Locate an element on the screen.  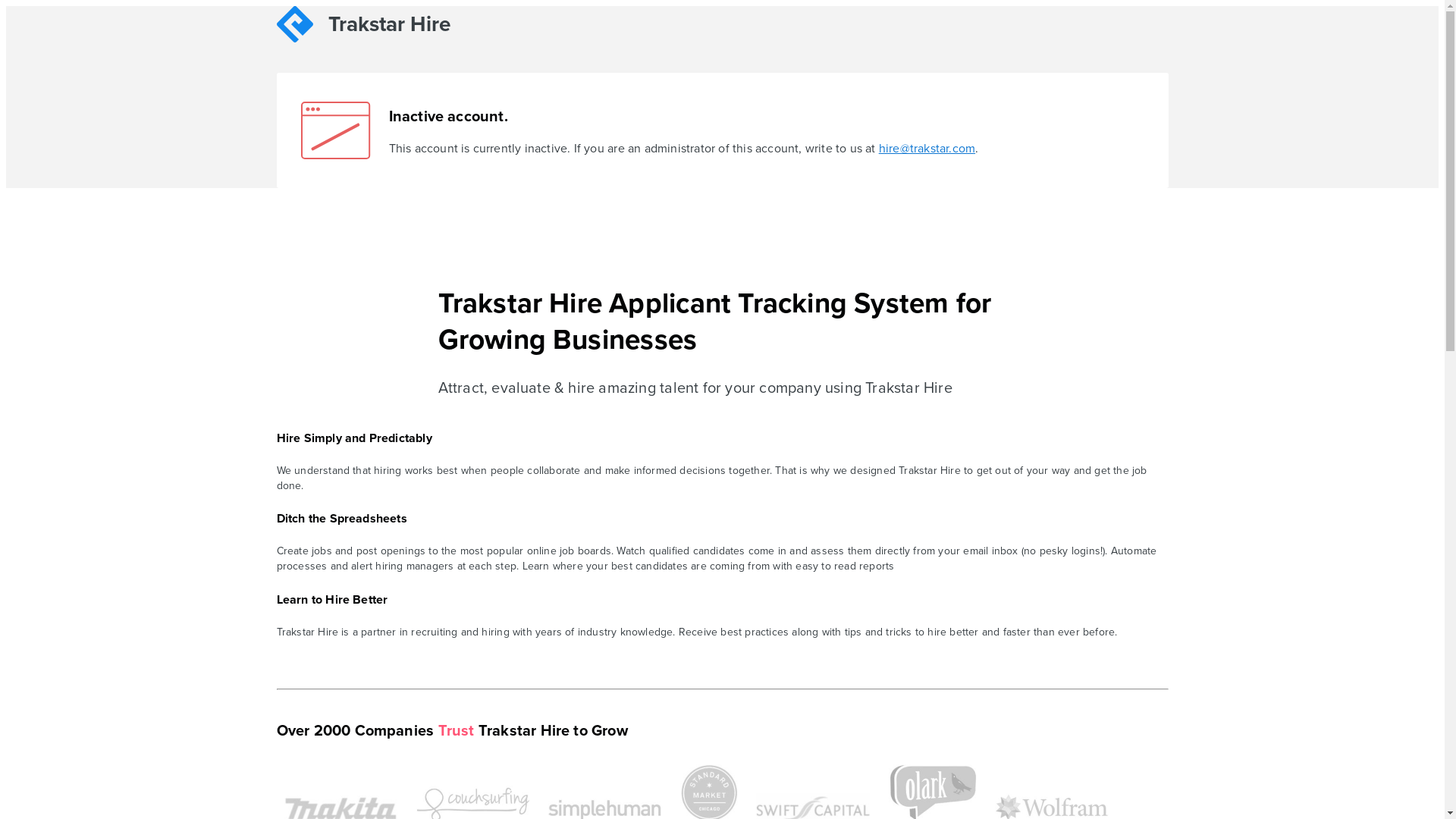
'Trakstar Hire: Recruitment Software, Applicant Tracking' is located at coordinates (276, 24).